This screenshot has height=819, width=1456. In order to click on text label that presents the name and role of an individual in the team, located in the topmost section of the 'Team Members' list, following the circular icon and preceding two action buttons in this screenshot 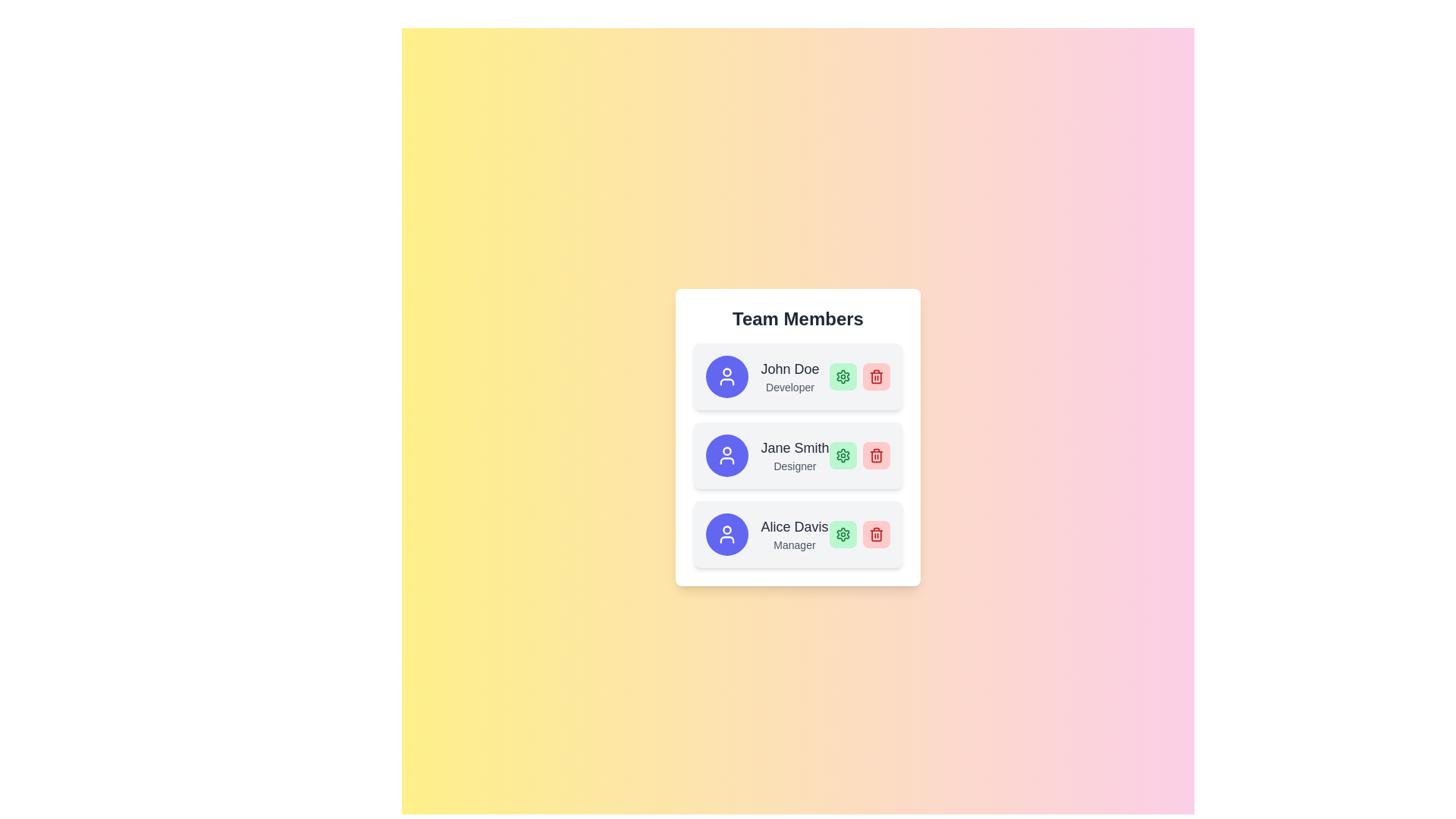, I will do `click(789, 376)`.